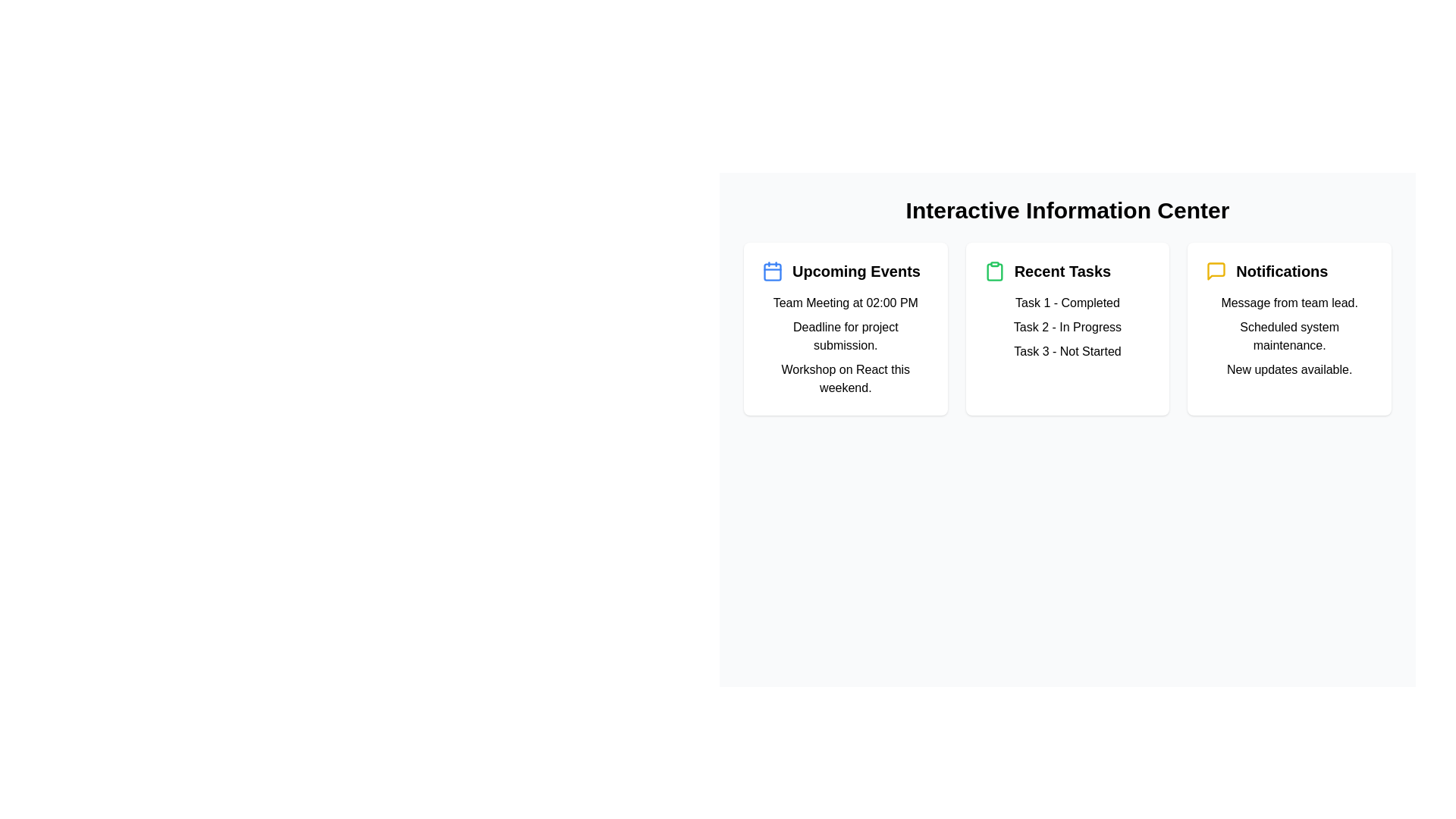  I want to click on the header-level text element reading 'Upcoming Events', which is styled with a large, bold font and is visually prominent due to its high-contrast black text on a white background, so click(856, 271).